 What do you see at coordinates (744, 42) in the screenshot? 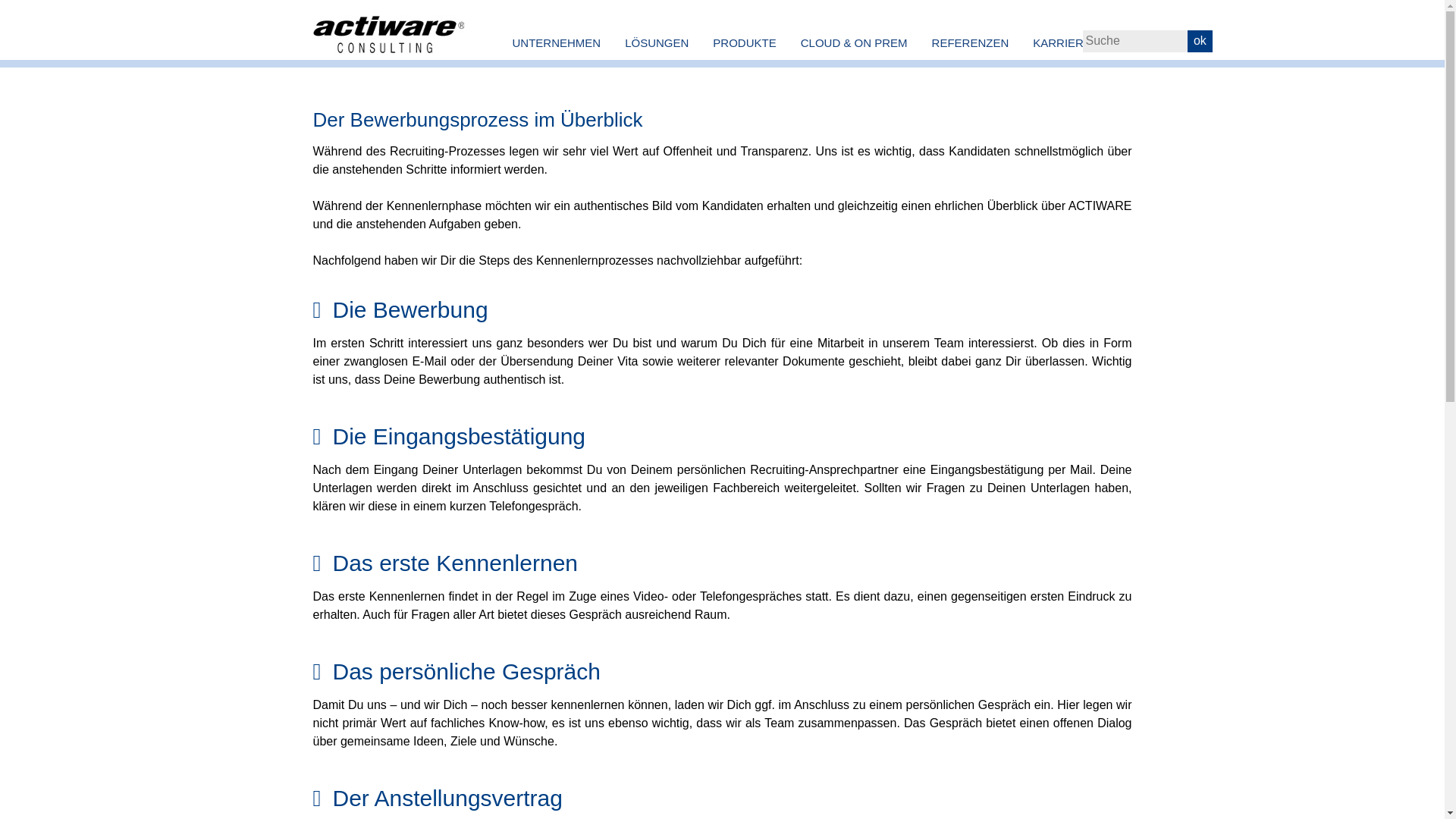
I see `'PRODUKTE'` at bounding box center [744, 42].